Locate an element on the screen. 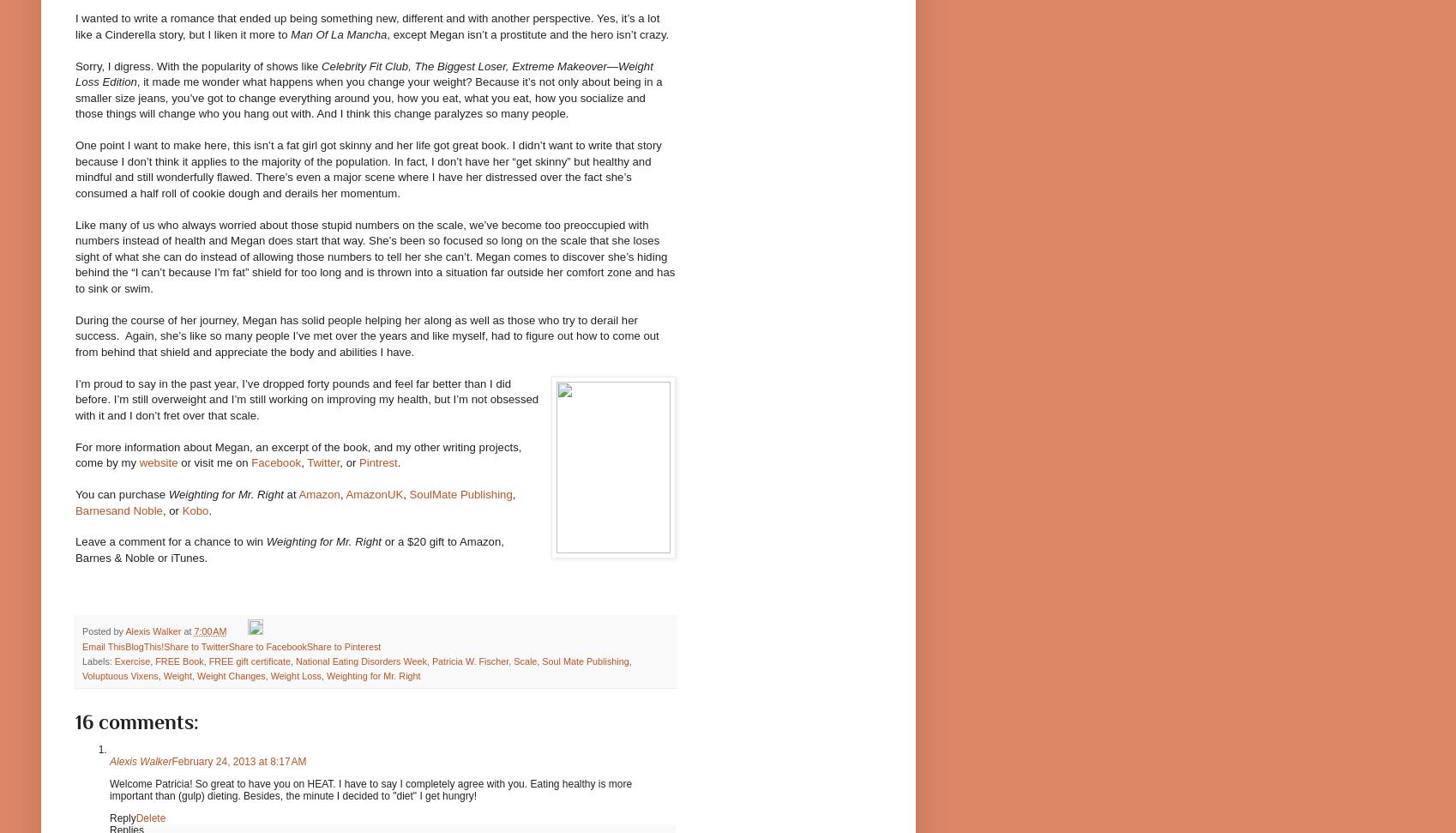  'Welcome Patricia! So great to have you on HEAT. I have to say I completely agree with you. Eating healthy is more important than (gulp) dieting. Besides, the minute I decided to "diet" I get hungry!' is located at coordinates (109, 788).